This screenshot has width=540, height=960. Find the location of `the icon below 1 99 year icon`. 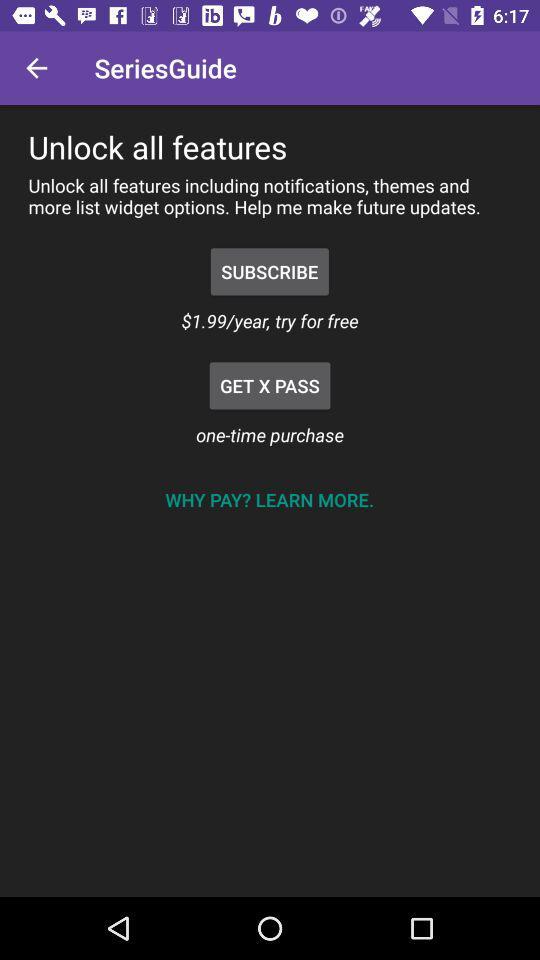

the icon below 1 99 year icon is located at coordinates (270, 384).